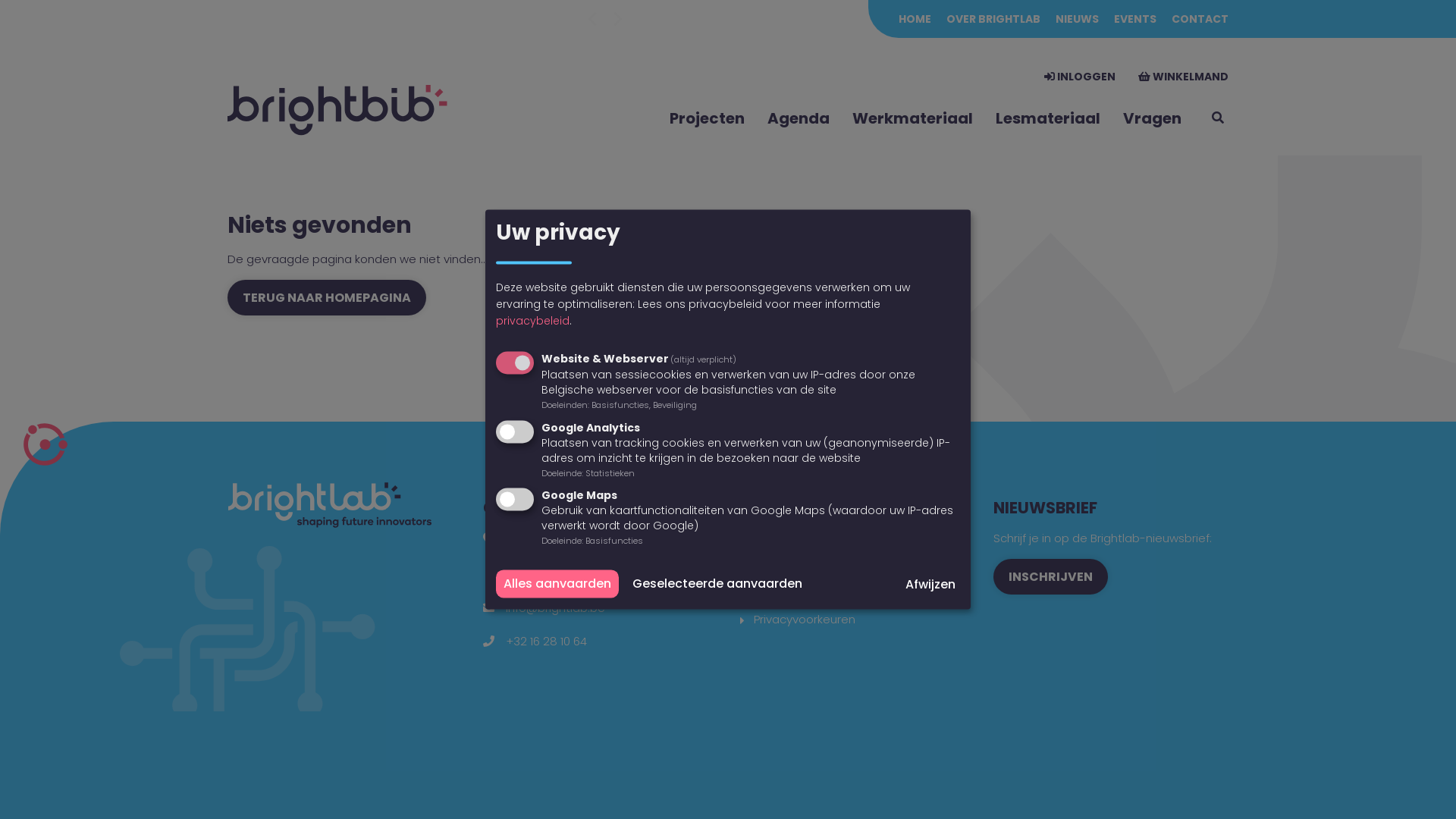 This screenshot has height=819, width=1456. Describe the element at coordinates (993, 18) in the screenshot. I see `'OVER BRIGHTLAB'` at that location.